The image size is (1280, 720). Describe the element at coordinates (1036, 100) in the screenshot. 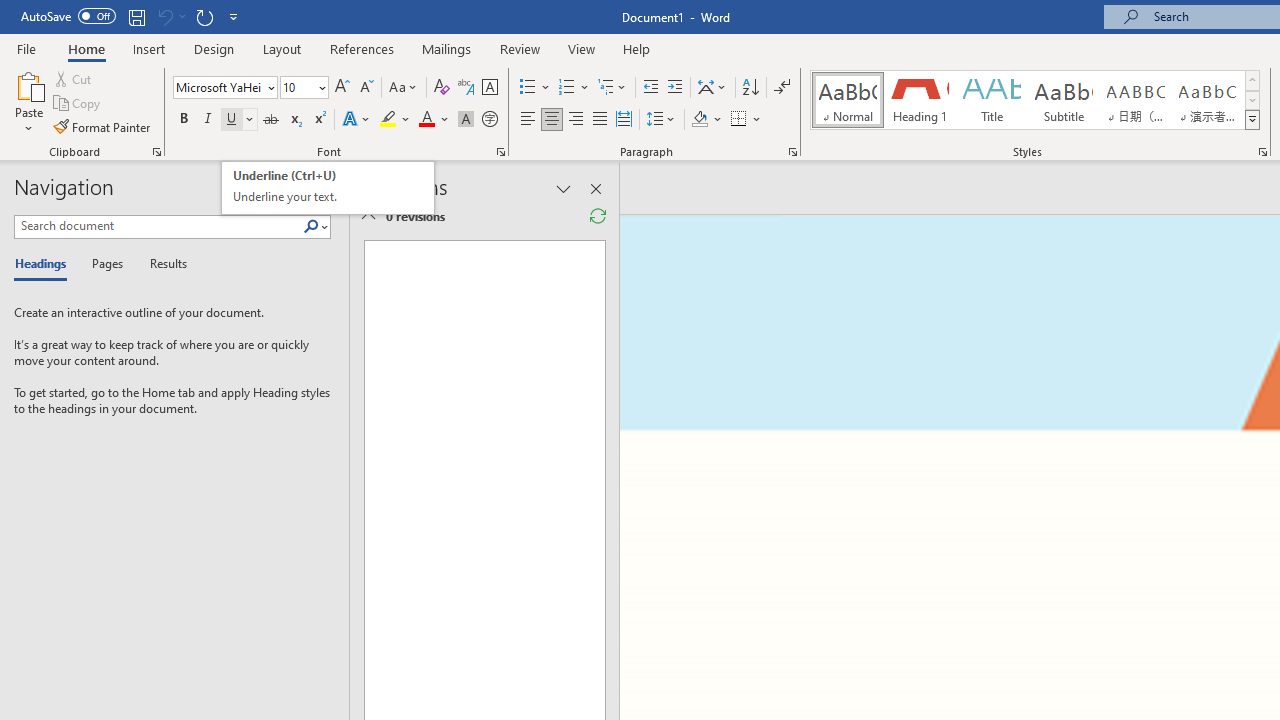

I see `'AutomationID: QuickStylesGallery'` at that location.